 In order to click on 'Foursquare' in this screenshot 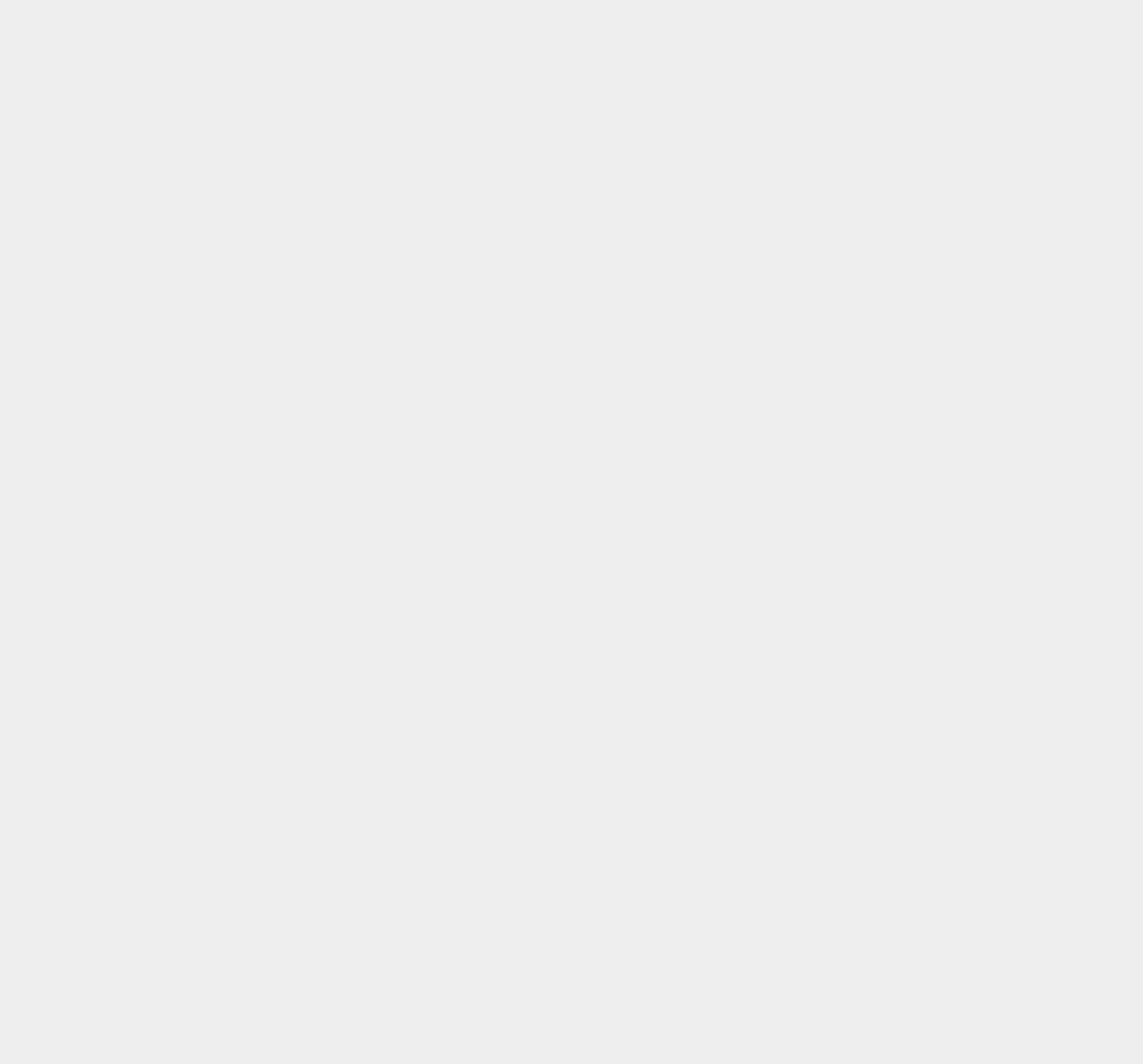, I will do `click(843, 382)`.